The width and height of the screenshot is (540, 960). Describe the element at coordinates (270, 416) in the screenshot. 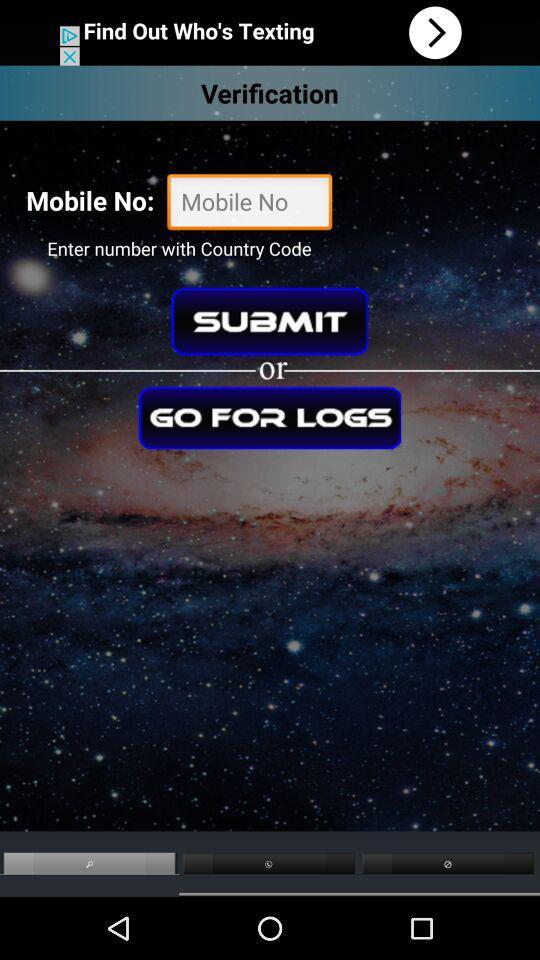

I see `get logs` at that location.